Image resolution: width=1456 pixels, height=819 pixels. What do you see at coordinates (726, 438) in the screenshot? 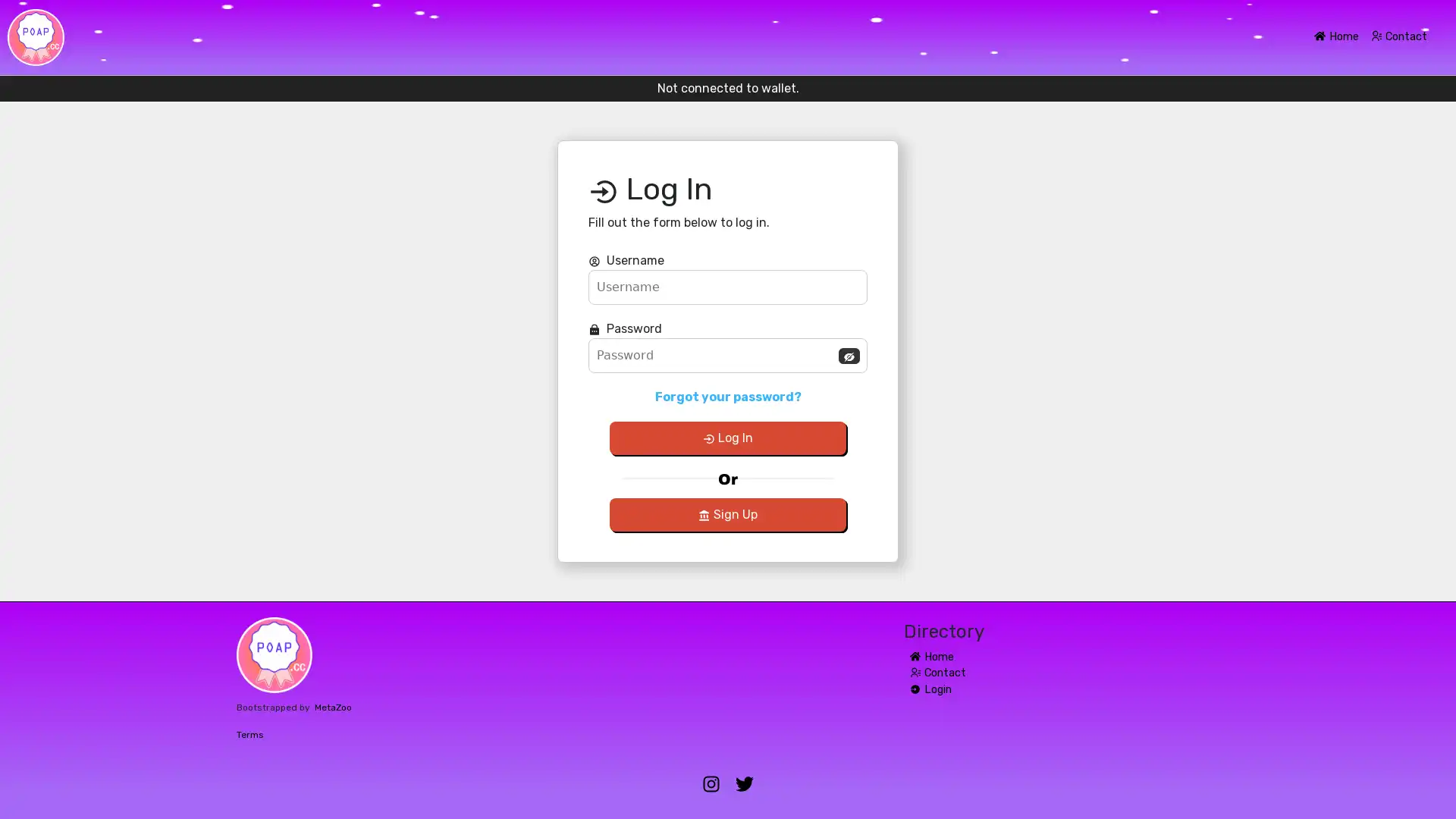
I see `Log In` at bounding box center [726, 438].